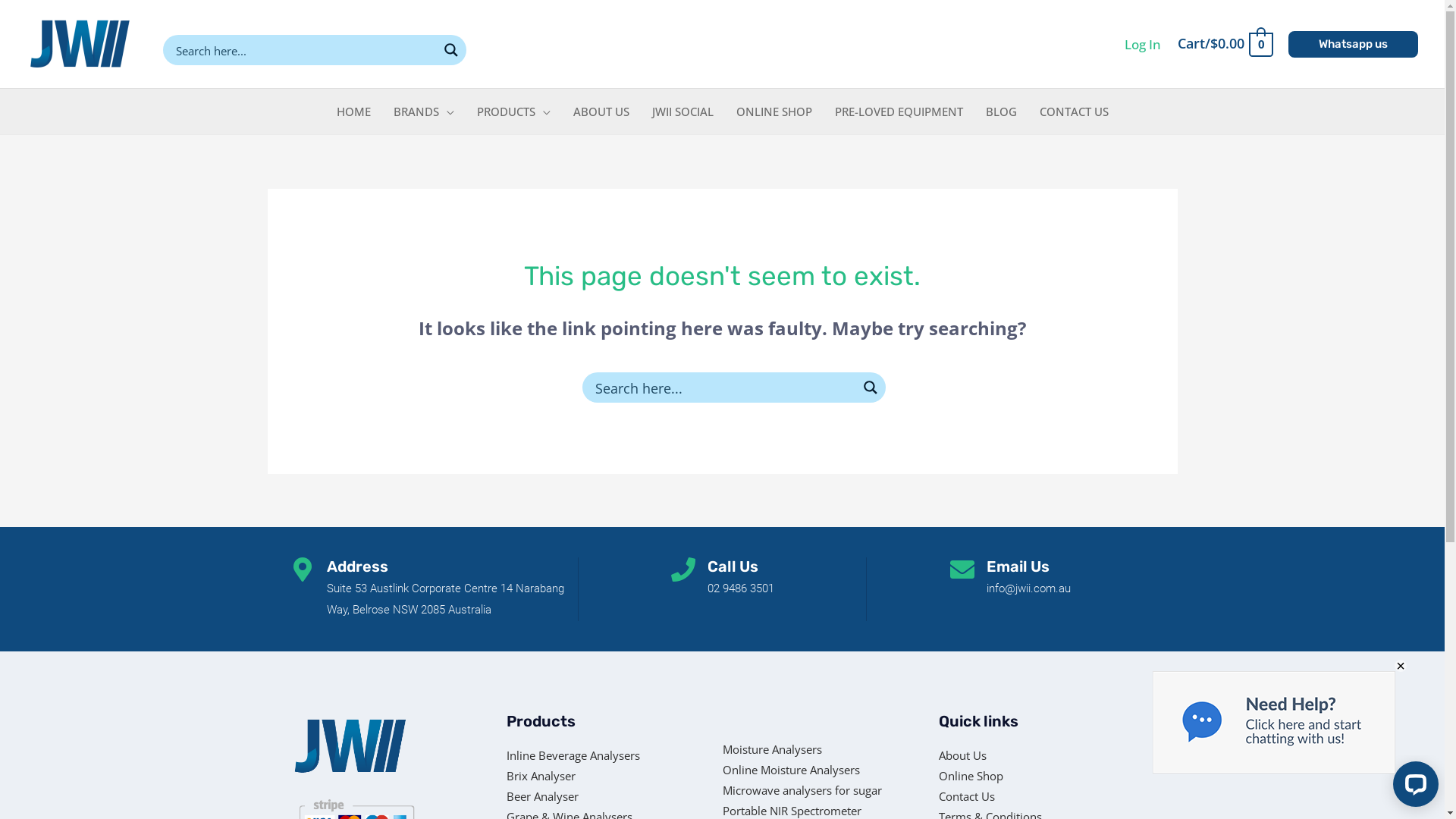  What do you see at coordinates (733, 566) in the screenshot?
I see `'Call Us'` at bounding box center [733, 566].